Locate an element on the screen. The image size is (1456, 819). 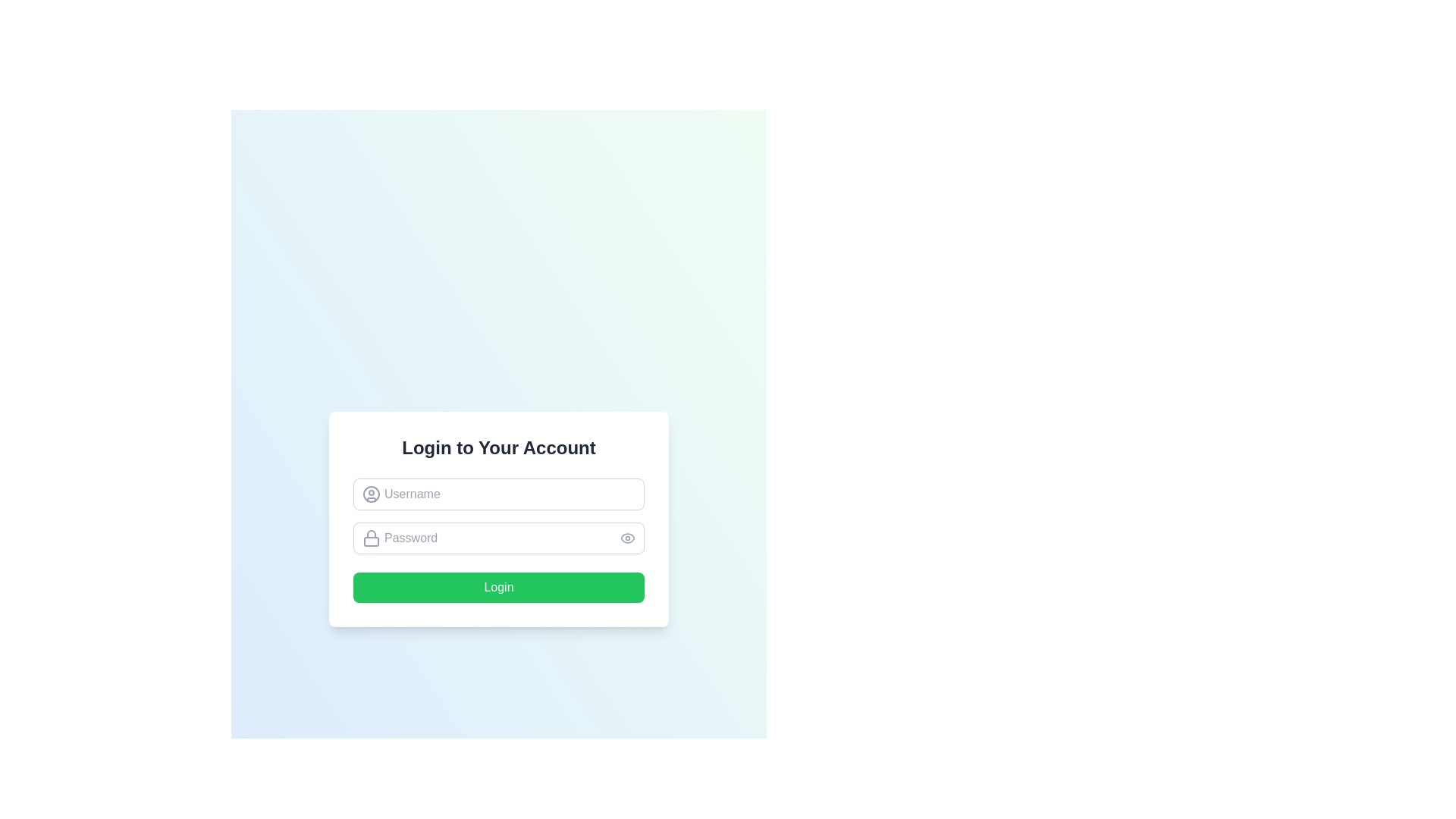
the circular user icon, which is gray and left-aligned in the 'Username' input field is located at coordinates (371, 494).